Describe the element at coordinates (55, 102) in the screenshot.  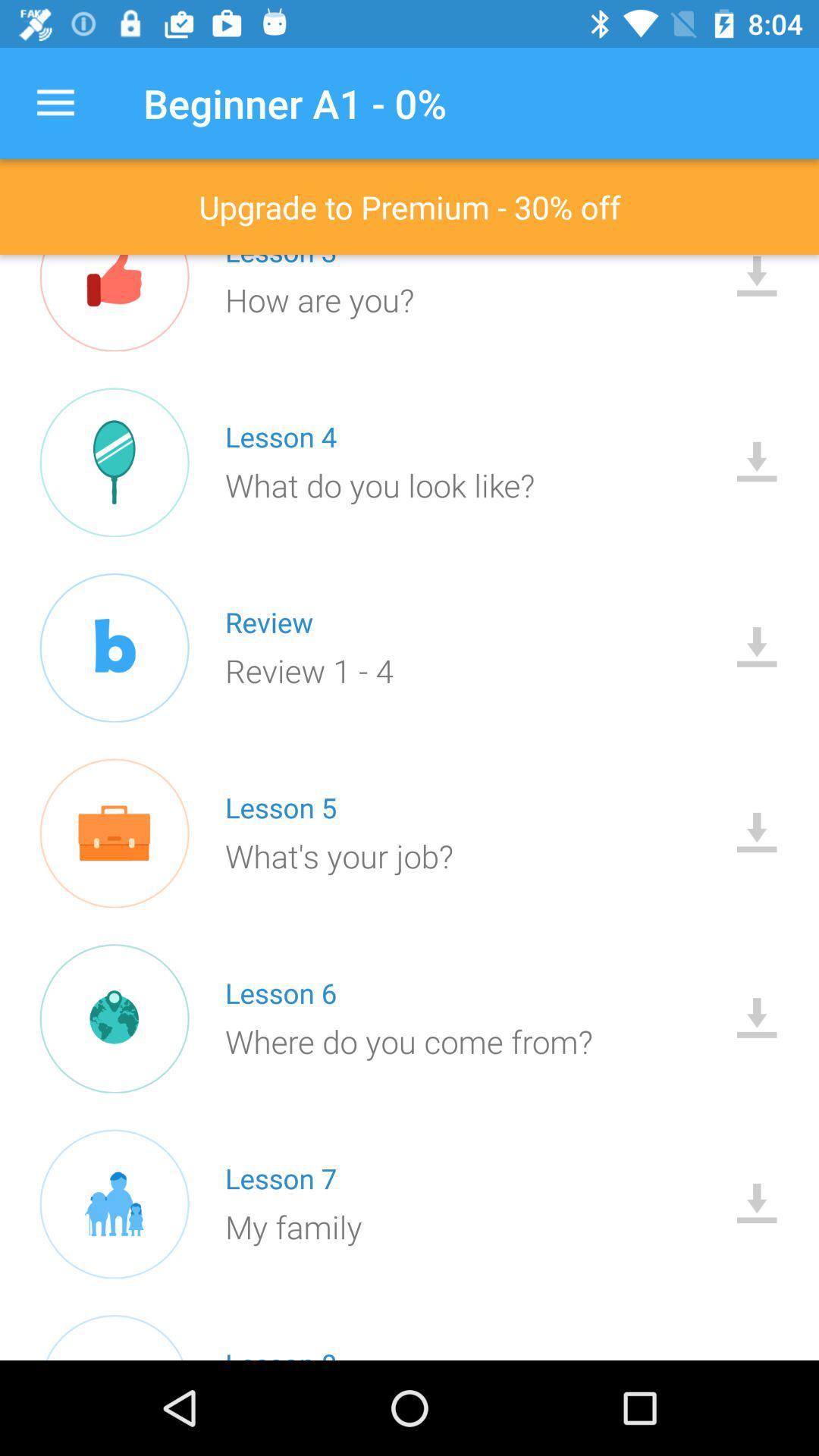
I see `the item above the upgrade to premium icon` at that location.